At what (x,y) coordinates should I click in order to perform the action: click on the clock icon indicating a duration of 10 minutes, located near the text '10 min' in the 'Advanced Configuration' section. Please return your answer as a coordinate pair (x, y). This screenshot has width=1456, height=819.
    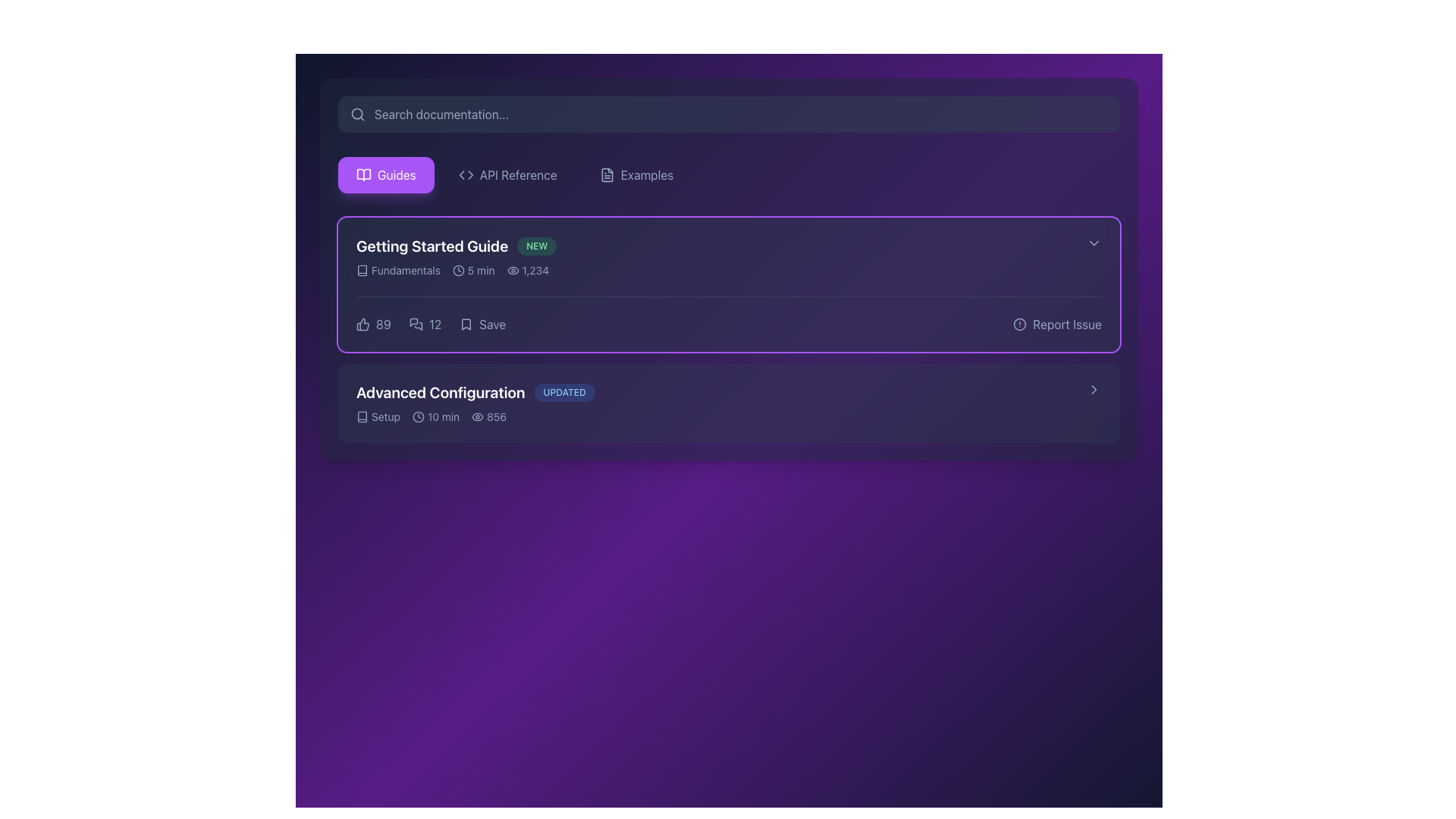
    Looking at the image, I should click on (419, 417).